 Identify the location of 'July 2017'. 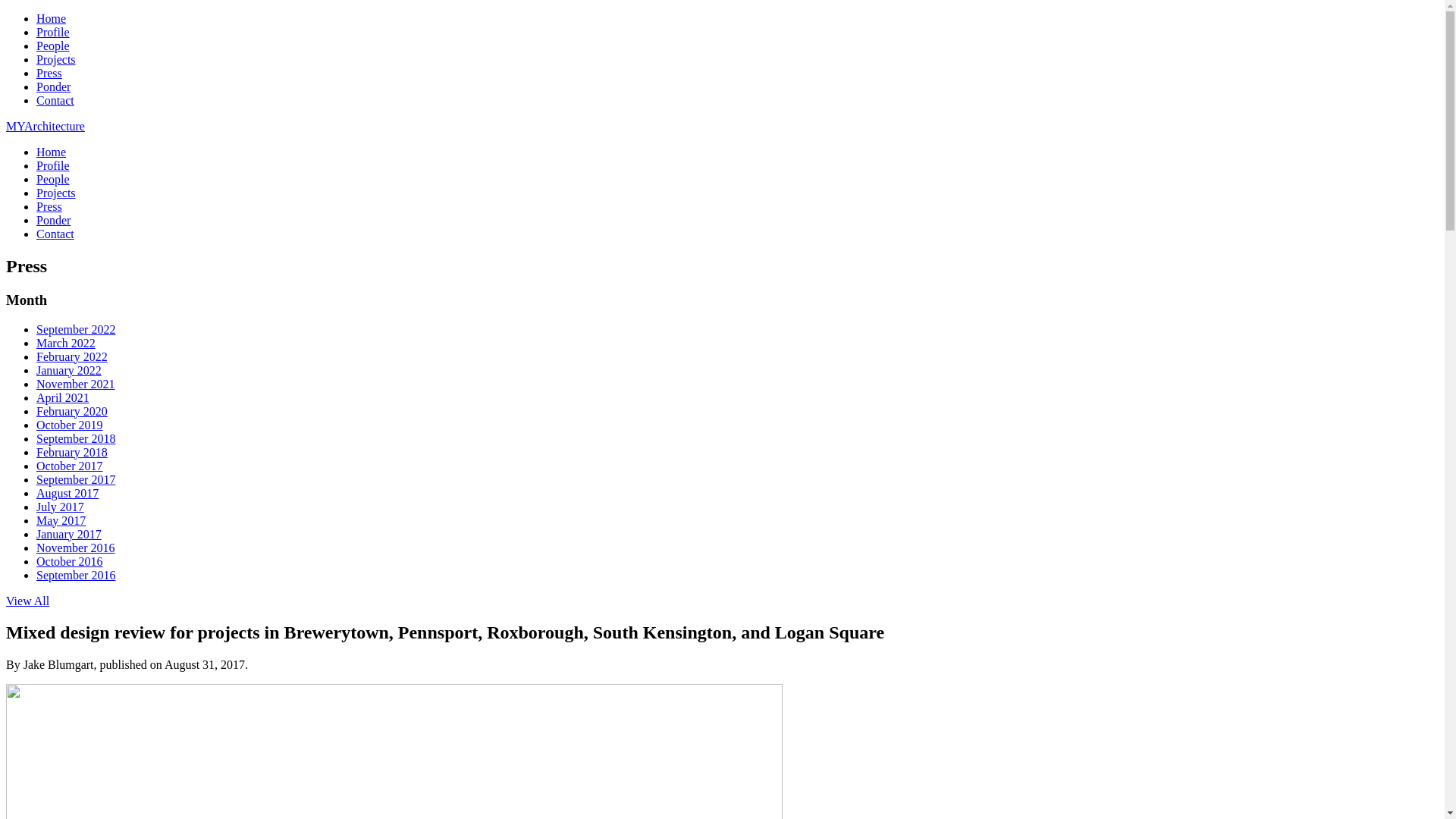
(60, 507).